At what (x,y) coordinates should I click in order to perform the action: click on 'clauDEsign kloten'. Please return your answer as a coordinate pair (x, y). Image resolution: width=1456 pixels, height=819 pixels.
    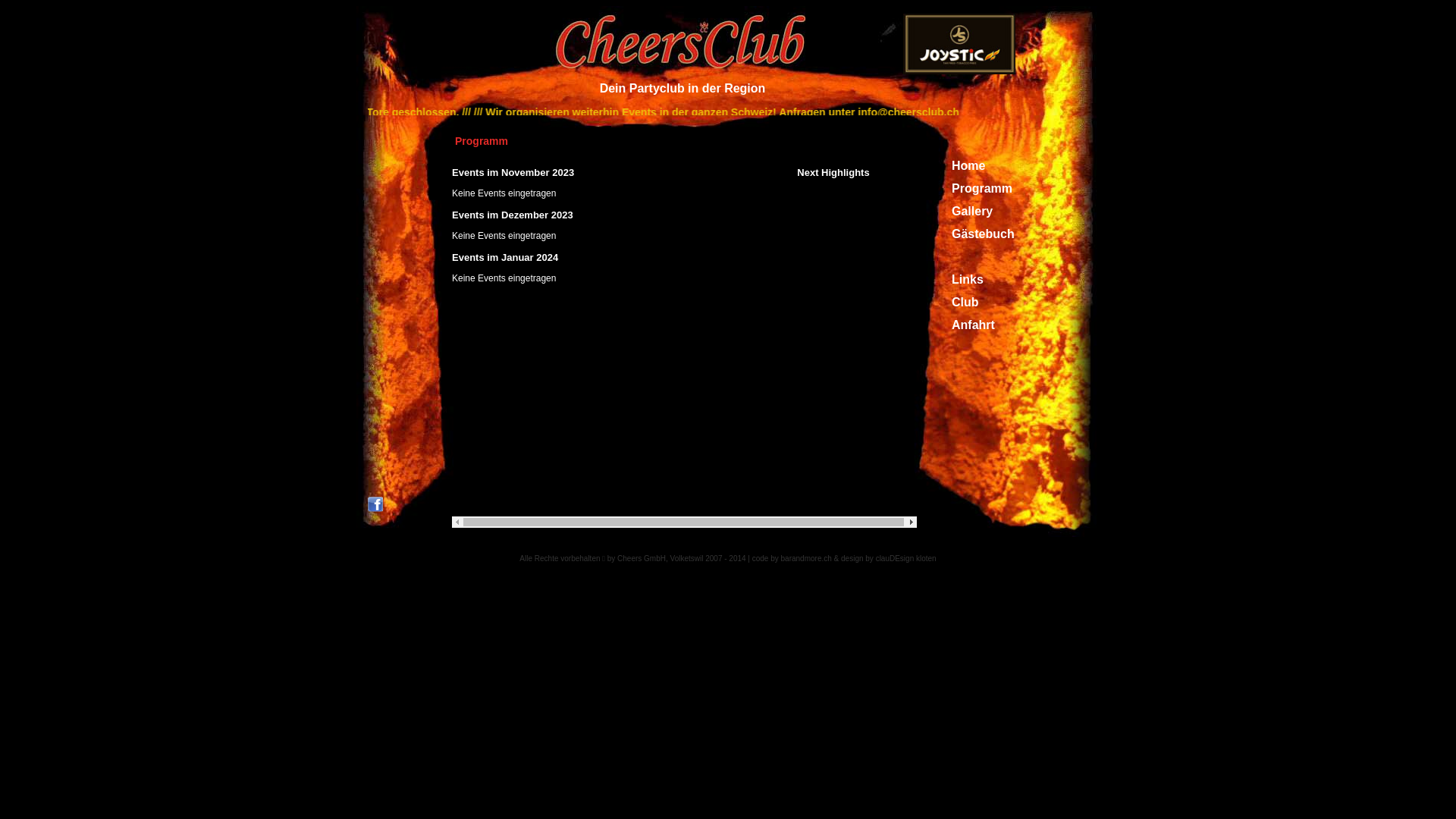
    Looking at the image, I should click on (906, 558).